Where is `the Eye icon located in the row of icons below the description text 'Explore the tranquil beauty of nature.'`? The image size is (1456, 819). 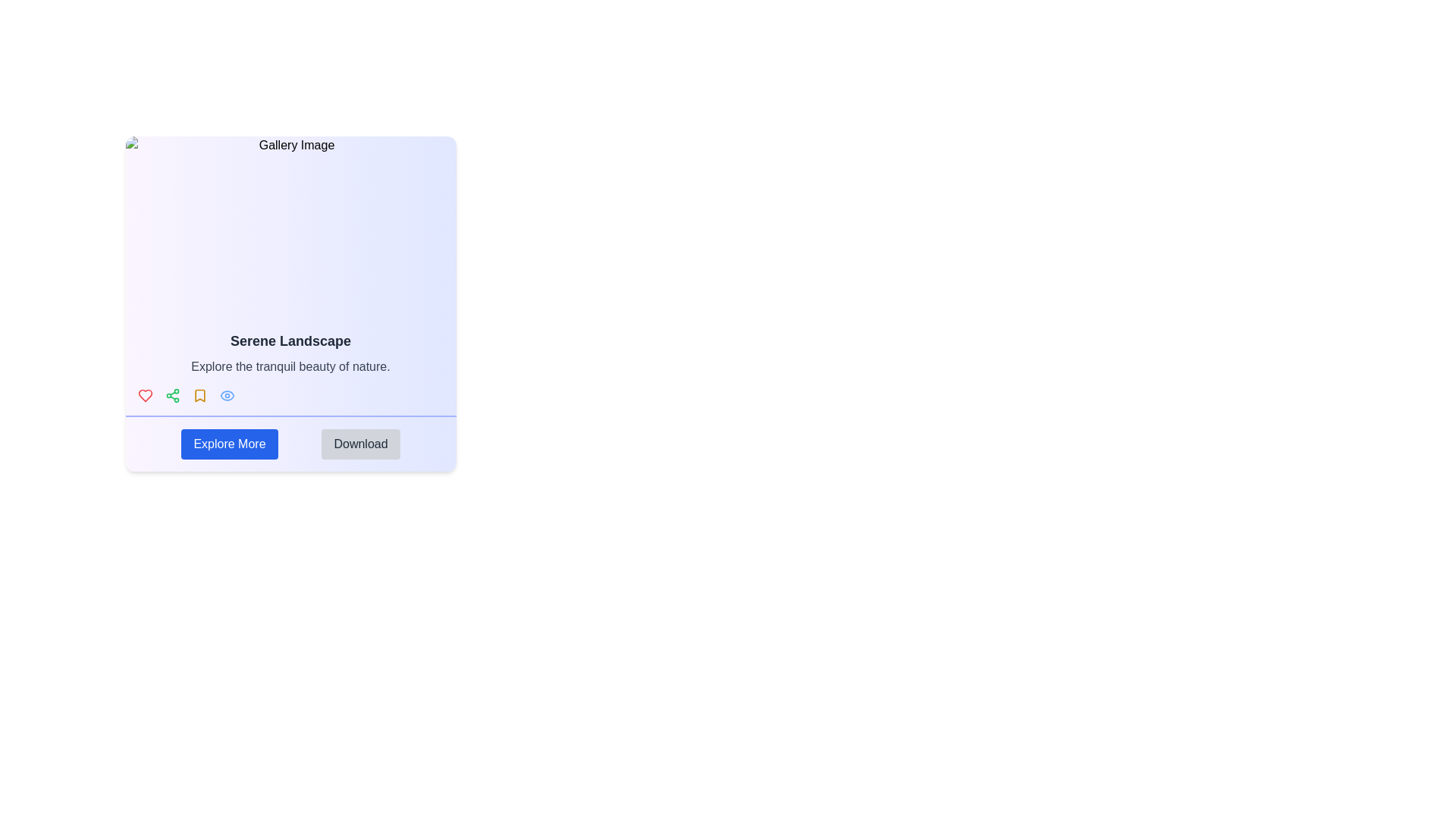
the Eye icon located in the row of icons below the description text 'Explore the tranquil beauty of nature.' is located at coordinates (226, 394).